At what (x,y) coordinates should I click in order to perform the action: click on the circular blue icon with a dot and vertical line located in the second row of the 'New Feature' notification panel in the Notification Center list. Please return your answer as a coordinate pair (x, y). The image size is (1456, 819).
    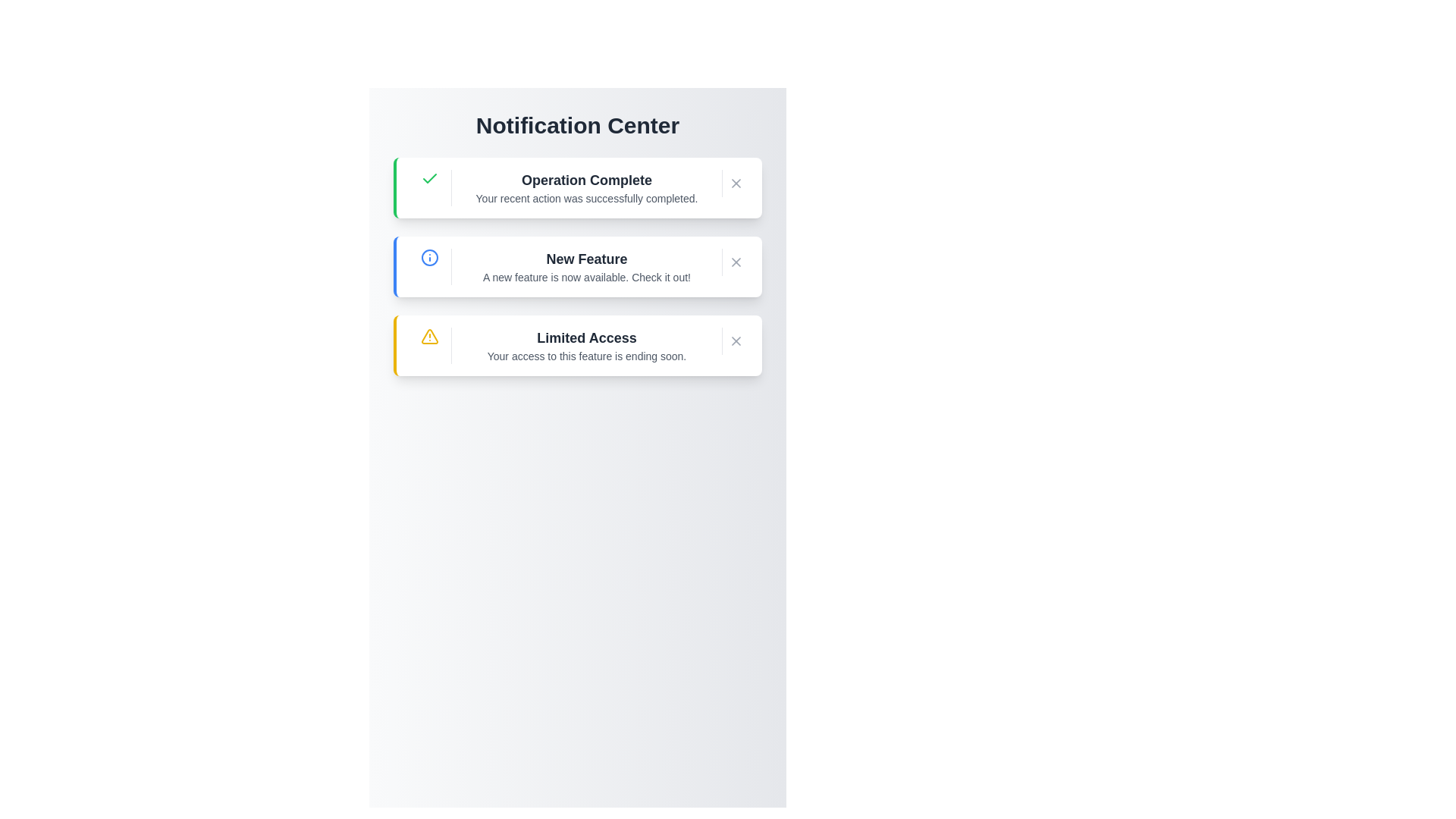
    Looking at the image, I should click on (428, 256).